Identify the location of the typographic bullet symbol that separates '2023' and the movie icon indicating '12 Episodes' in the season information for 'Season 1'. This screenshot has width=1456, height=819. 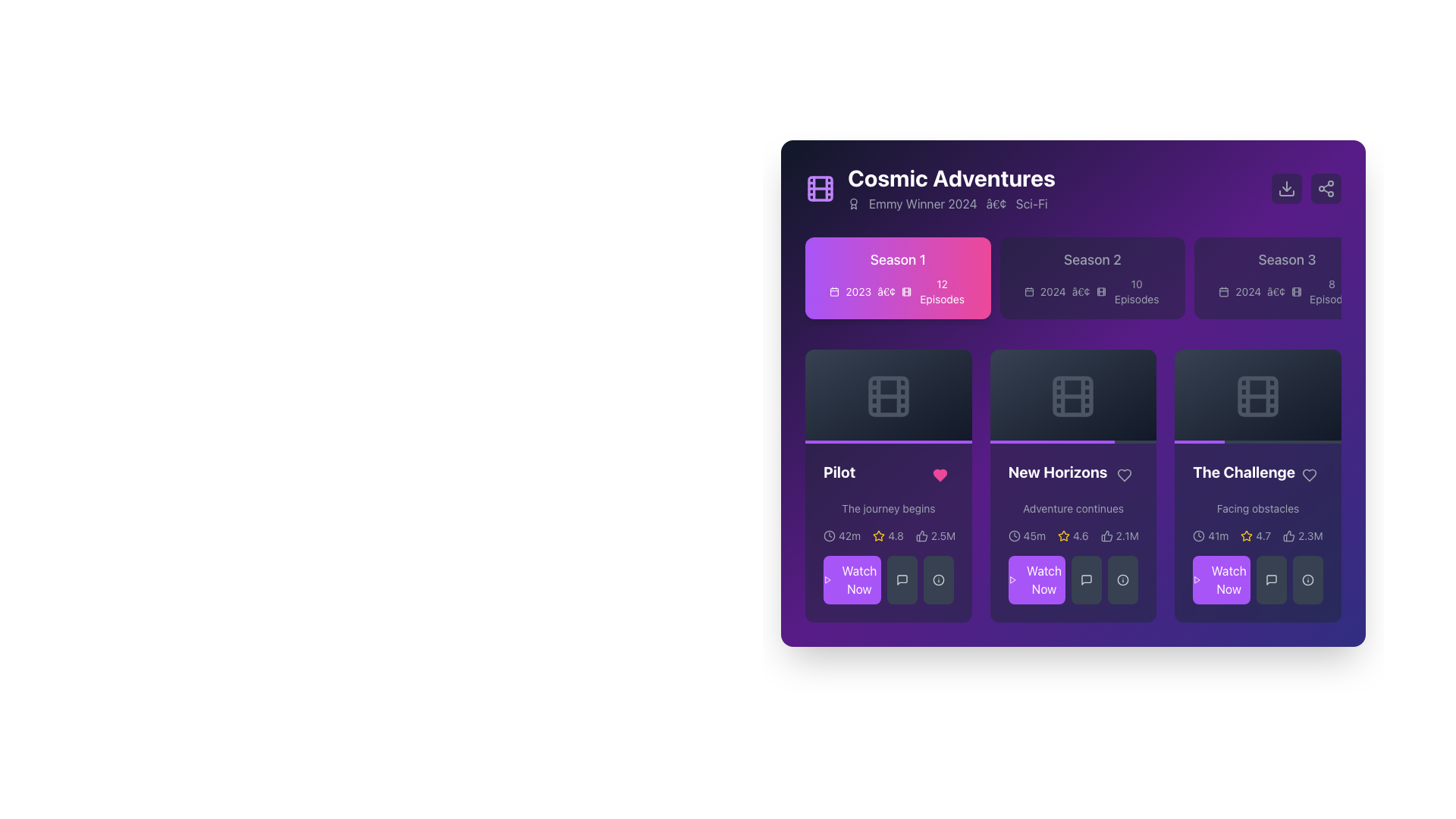
(886, 292).